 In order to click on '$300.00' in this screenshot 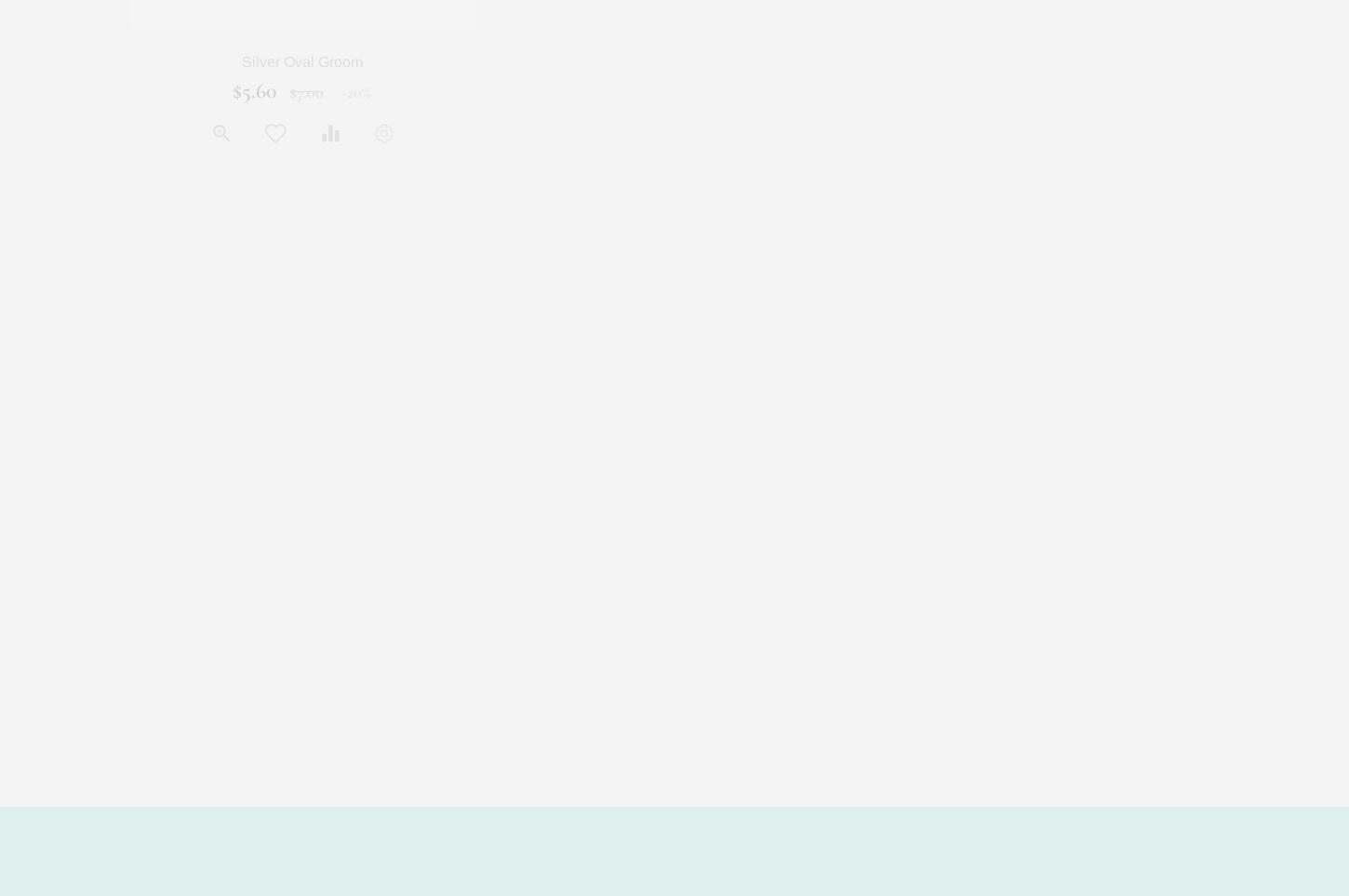, I will do `click(688, 90)`.